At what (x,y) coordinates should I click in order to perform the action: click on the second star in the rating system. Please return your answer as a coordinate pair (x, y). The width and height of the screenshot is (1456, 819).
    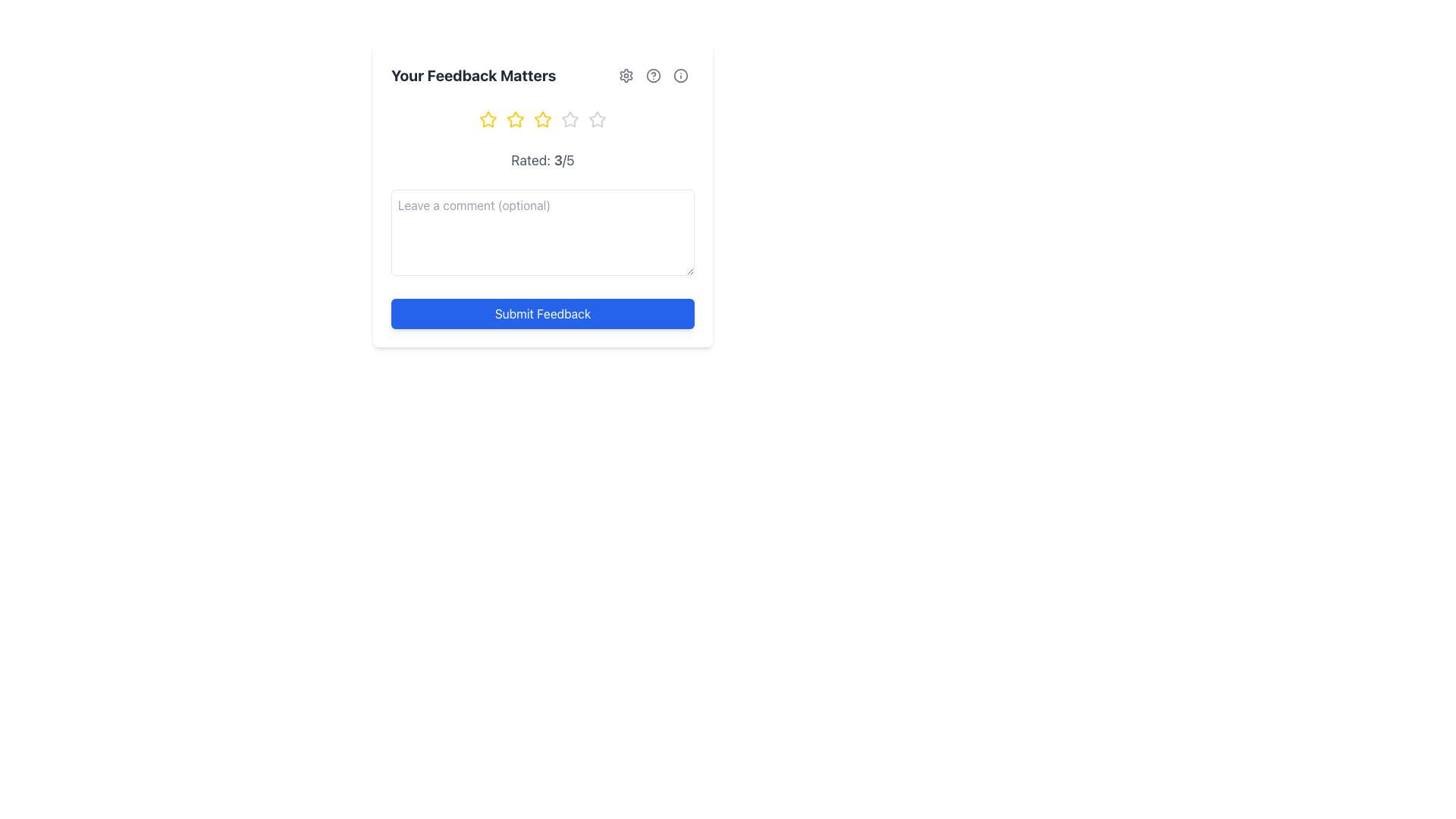
    Looking at the image, I should click on (488, 119).